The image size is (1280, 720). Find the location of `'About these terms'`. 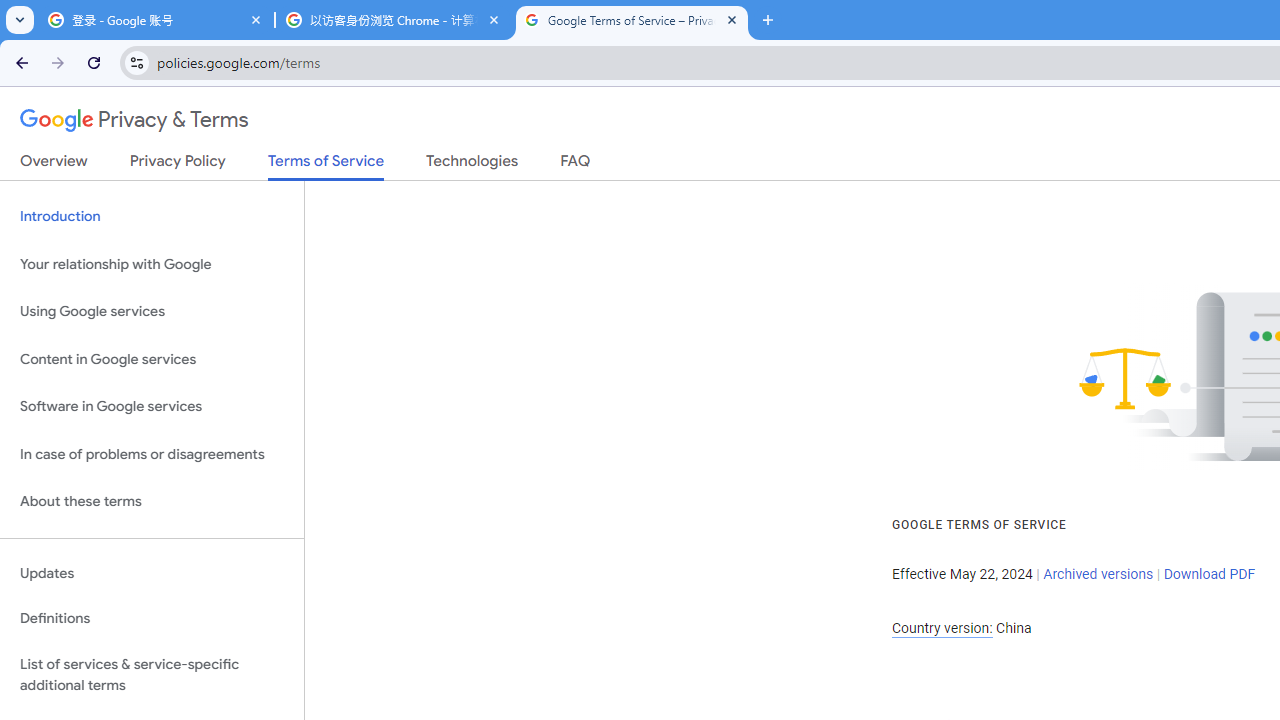

'About these terms' is located at coordinates (151, 501).